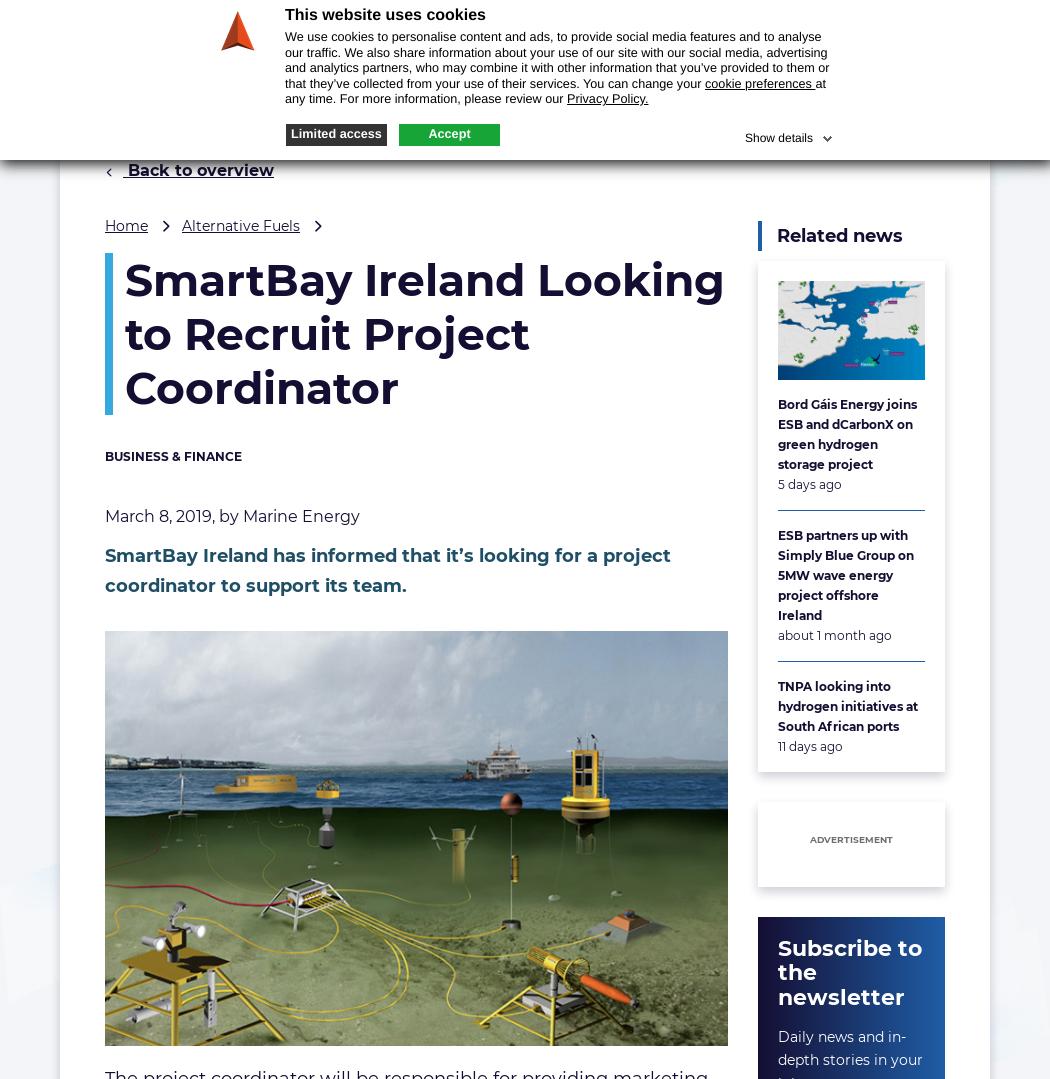 The image size is (1050, 1079). I want to click on 'SmartBay Ireland Looking to Recruit Project Coordinator', so click(424, 333).